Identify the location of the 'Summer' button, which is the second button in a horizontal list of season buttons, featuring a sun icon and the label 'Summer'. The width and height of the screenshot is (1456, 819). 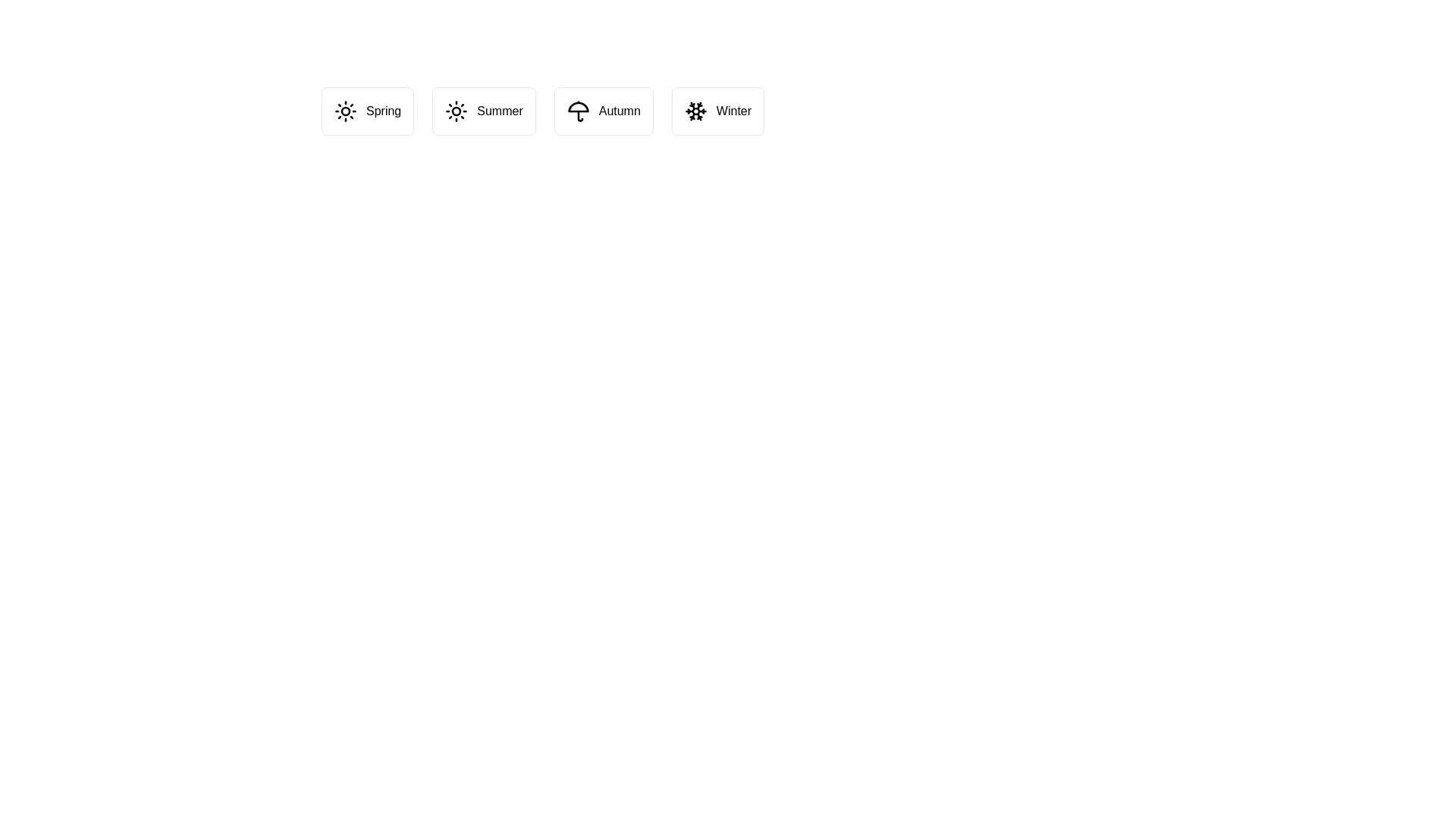
(483, 110).